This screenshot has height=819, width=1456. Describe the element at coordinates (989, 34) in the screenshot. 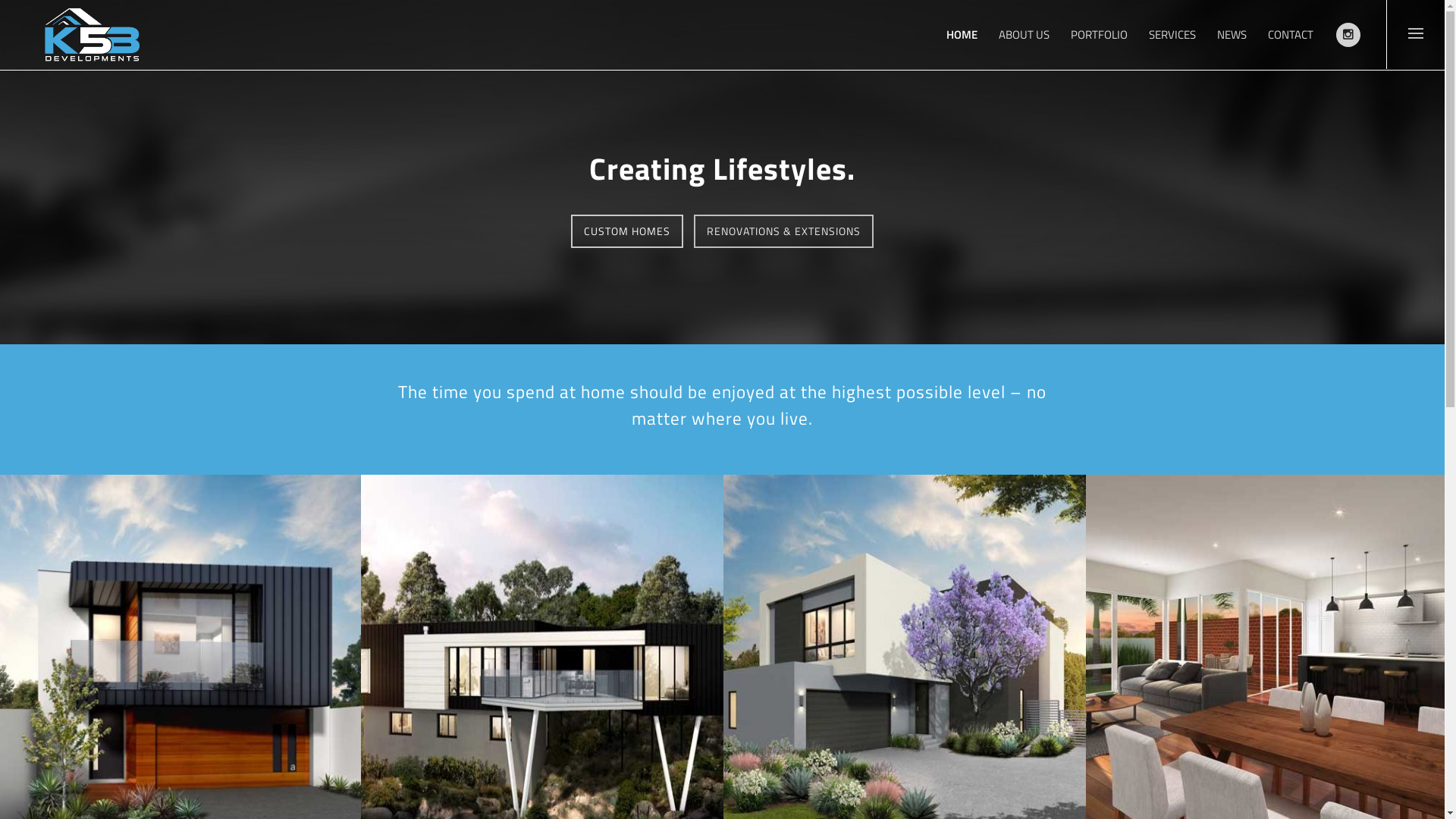

I see `'ABOUT US'` at that location.